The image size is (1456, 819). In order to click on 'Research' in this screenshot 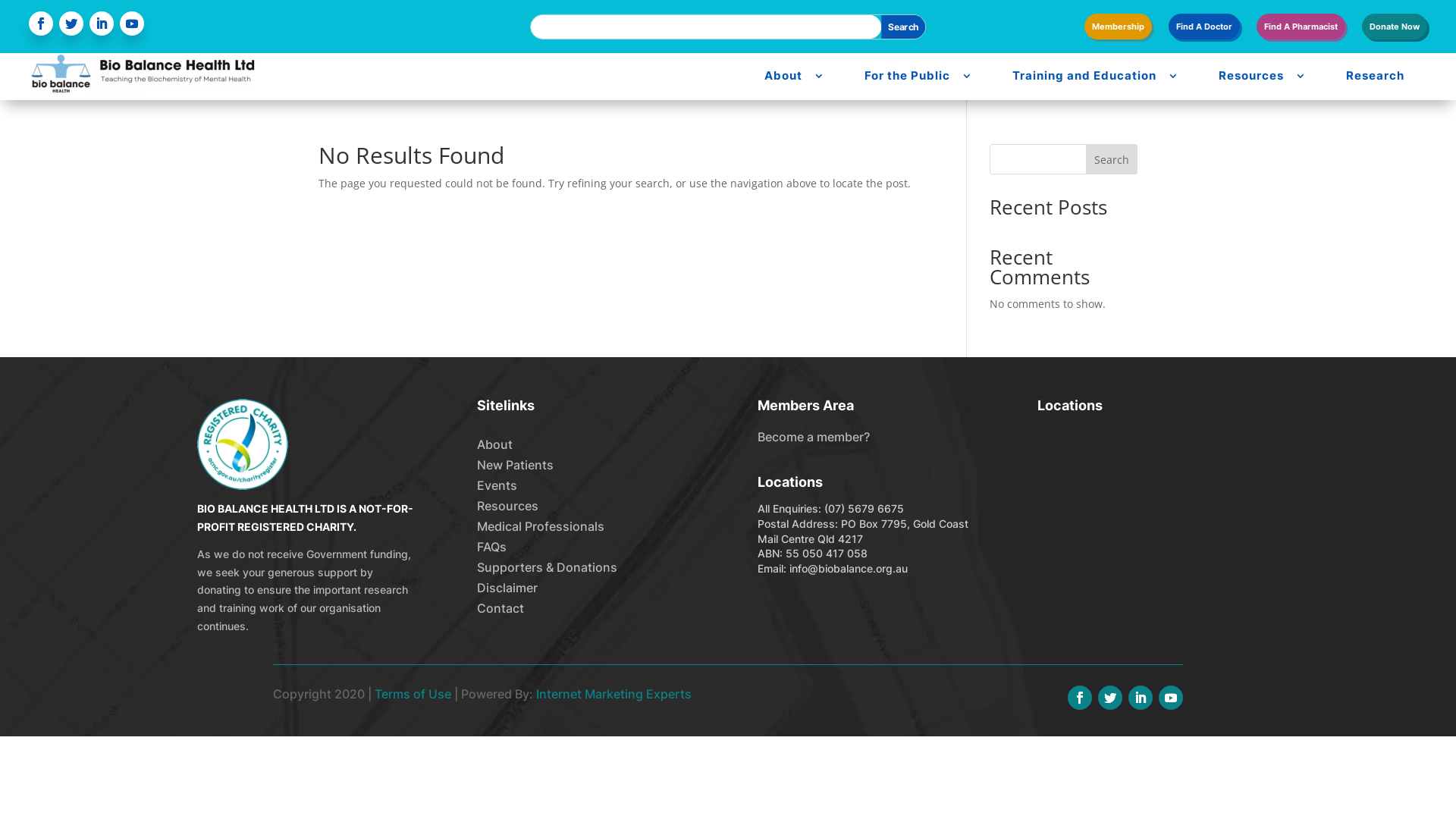, I will do `click(1375, 76)`.